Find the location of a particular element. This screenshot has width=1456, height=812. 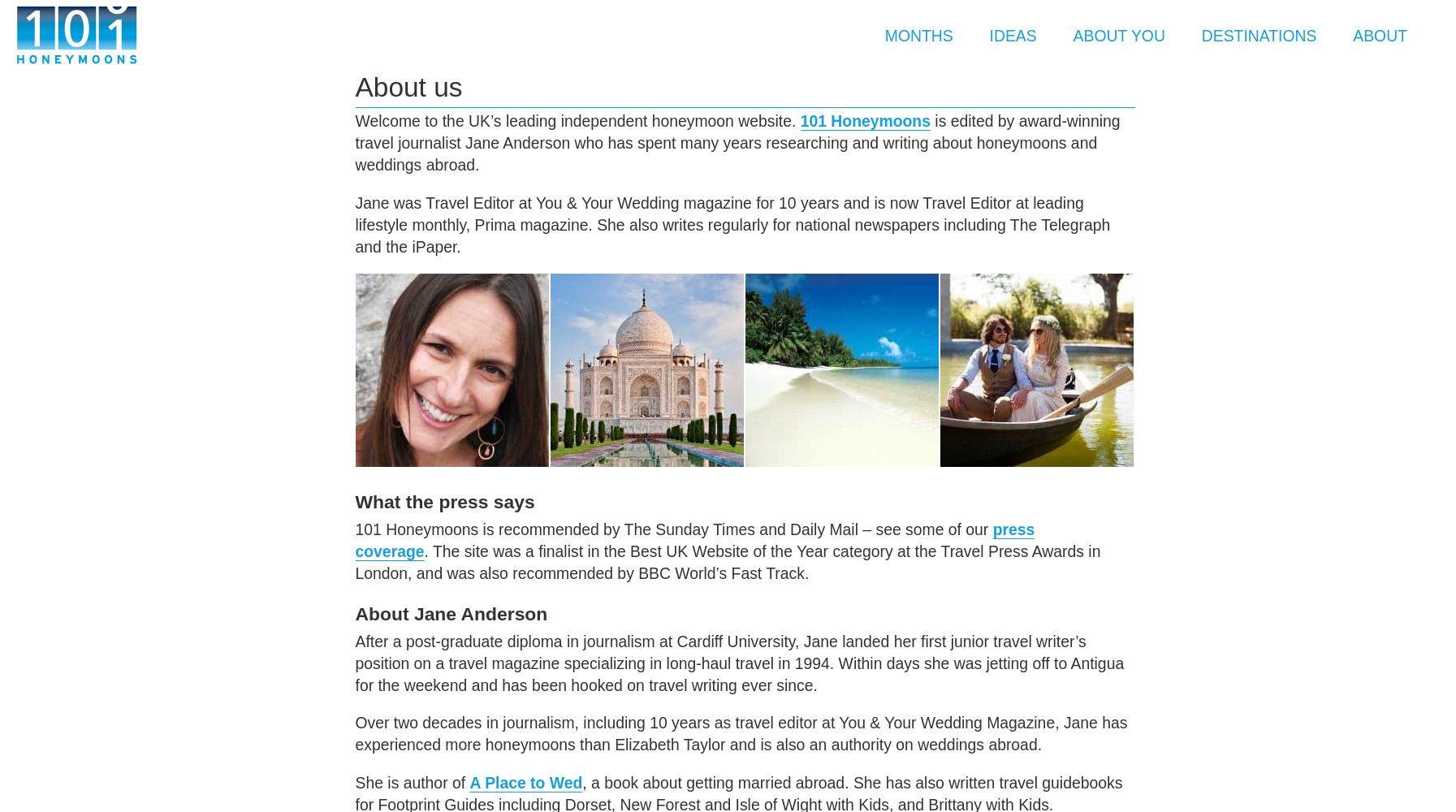

'press coverage' is located at coordinates (693, 540).